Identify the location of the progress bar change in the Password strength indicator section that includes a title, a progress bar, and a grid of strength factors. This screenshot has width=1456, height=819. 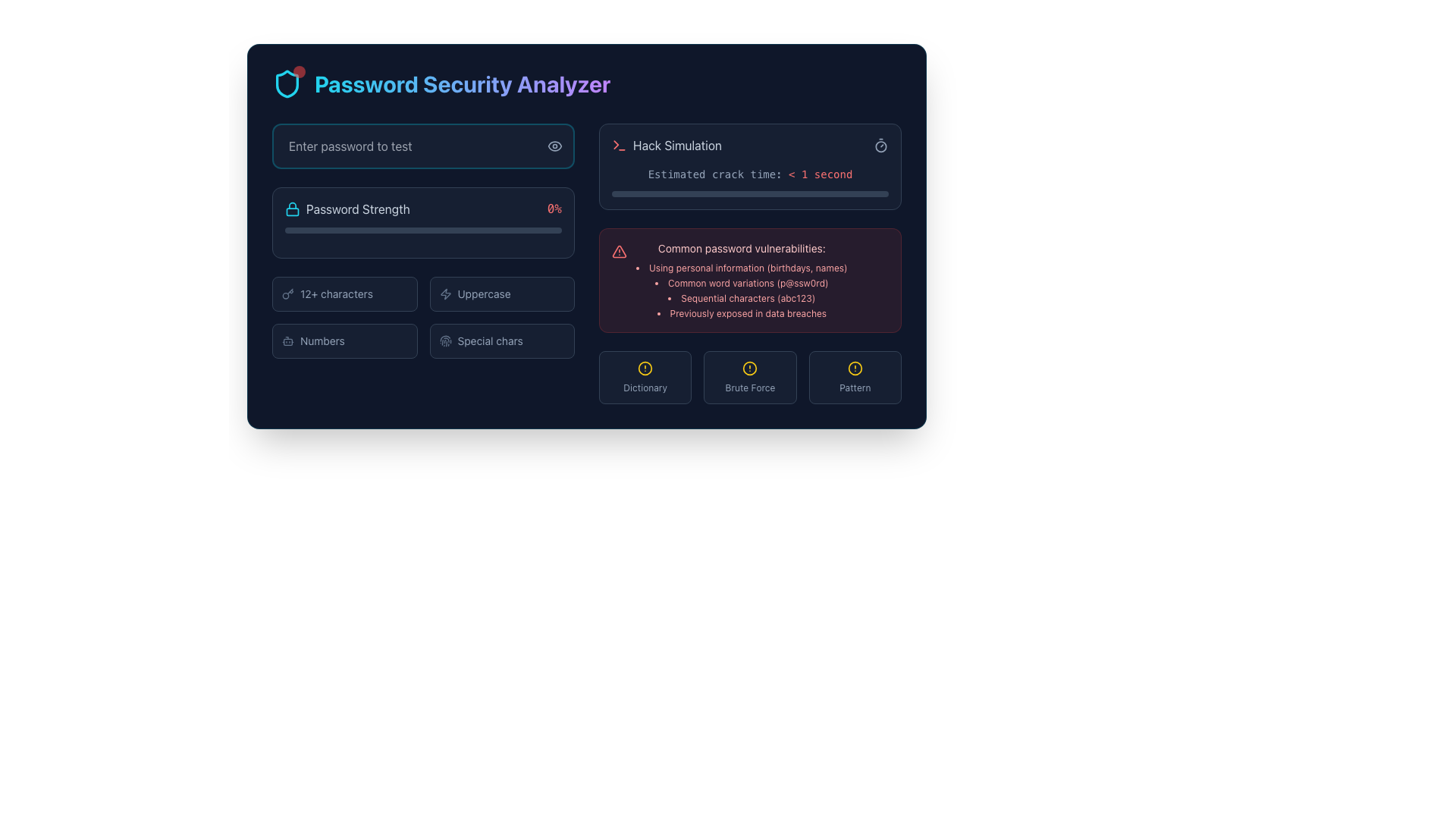
(423, 262).